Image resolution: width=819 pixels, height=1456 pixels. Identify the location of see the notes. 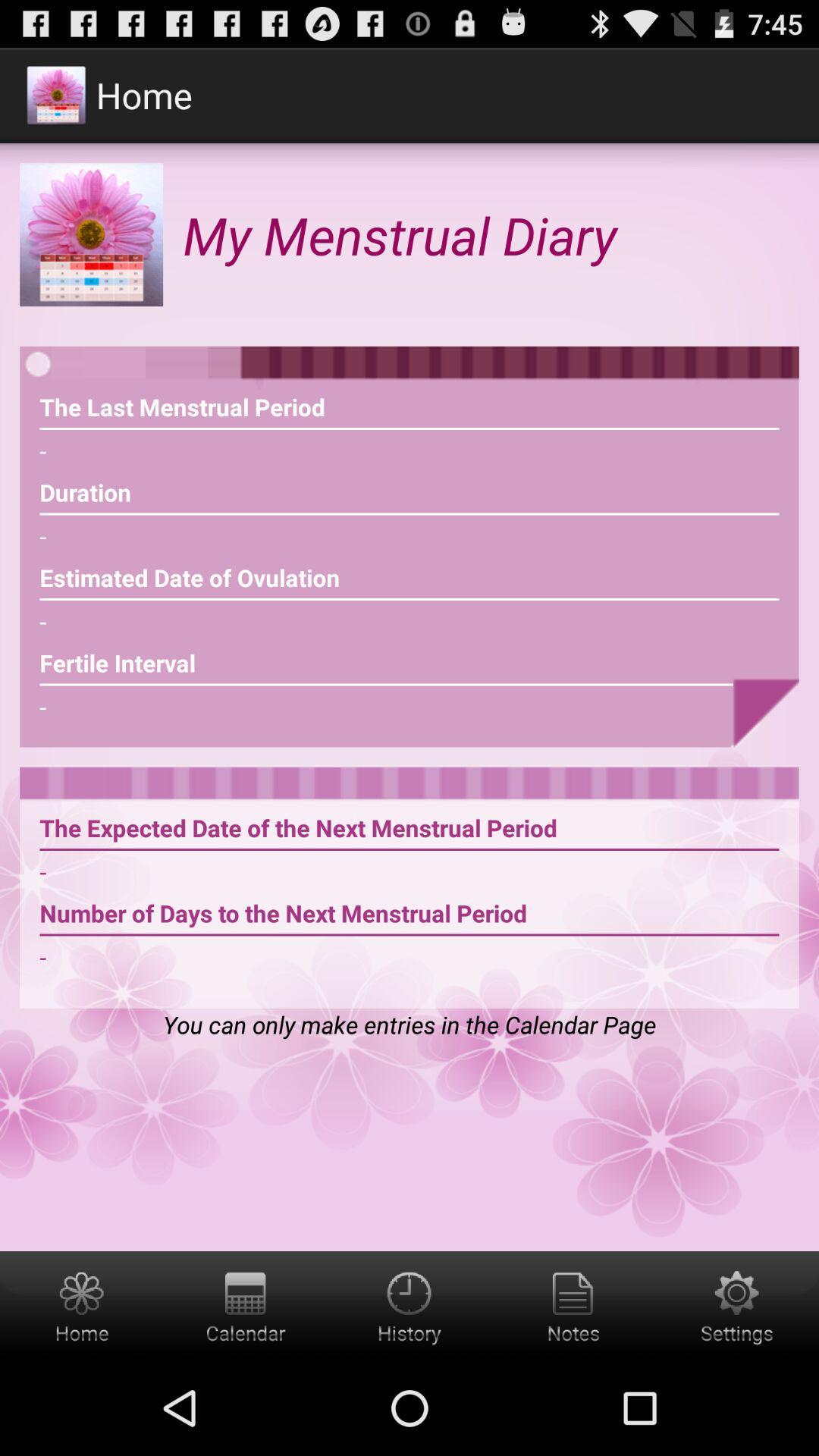
(573, 1305).